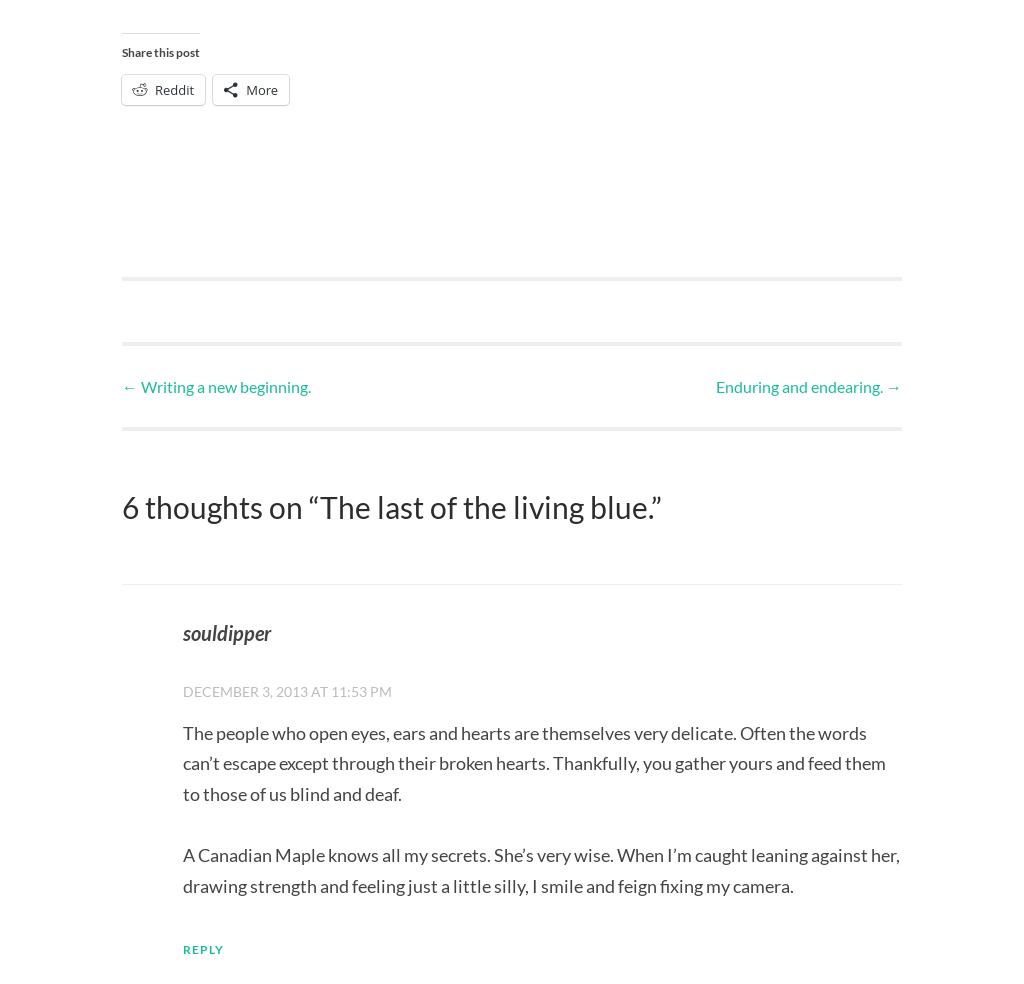  Describe the element at coordinates (159, 51) in the screenshot. I see `'Share this post'` at that location.